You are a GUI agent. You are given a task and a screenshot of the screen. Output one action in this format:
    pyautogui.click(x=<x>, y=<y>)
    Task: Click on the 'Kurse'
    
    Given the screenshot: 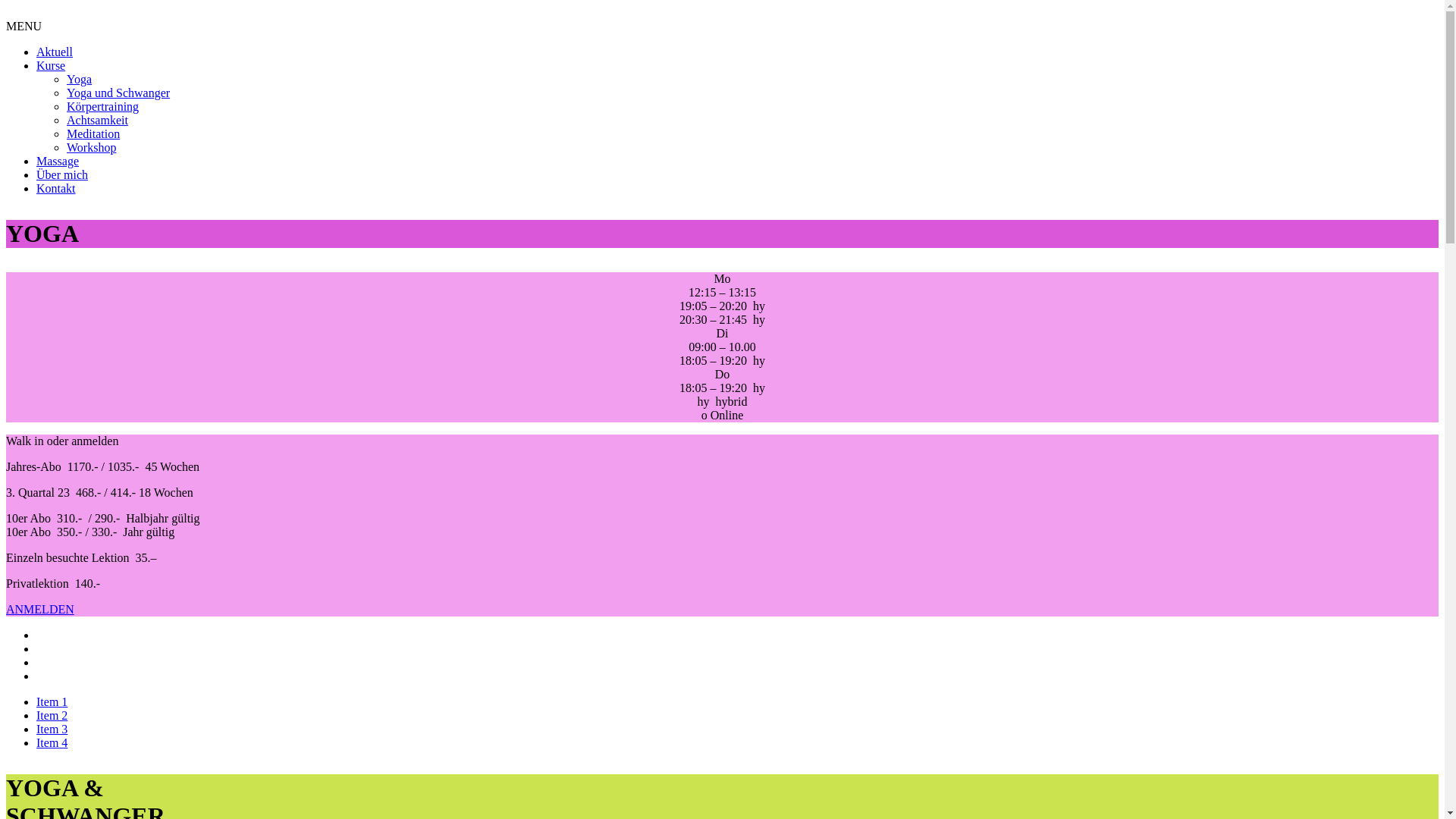 What is the action you would take?
    pyautogui.click(x=51, y=64)
    